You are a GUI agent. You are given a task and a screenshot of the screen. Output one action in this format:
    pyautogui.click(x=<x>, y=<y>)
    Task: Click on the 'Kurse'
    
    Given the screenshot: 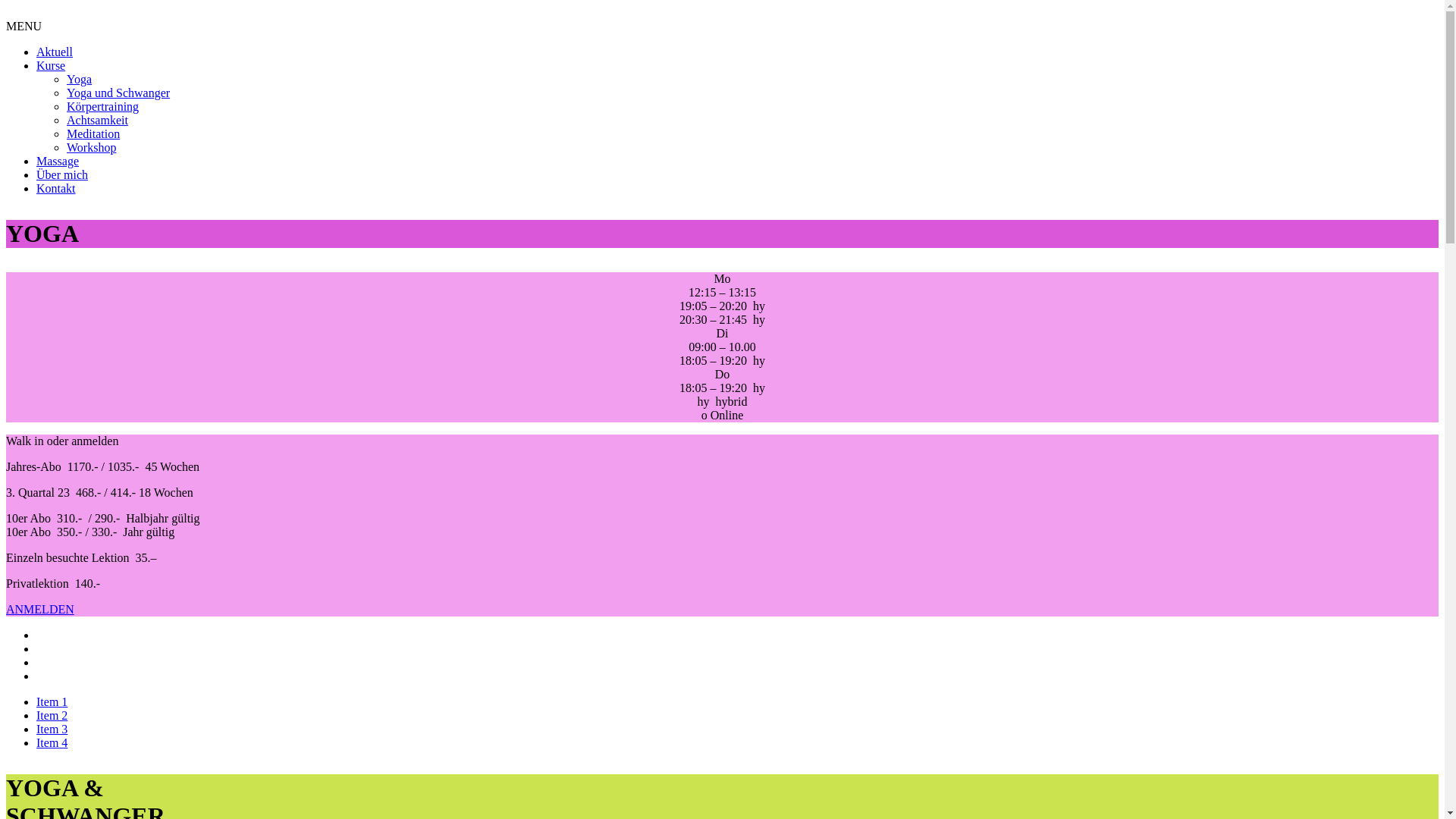 What is the action you would take?
    pyautogui.click(x=51, y=64)
    